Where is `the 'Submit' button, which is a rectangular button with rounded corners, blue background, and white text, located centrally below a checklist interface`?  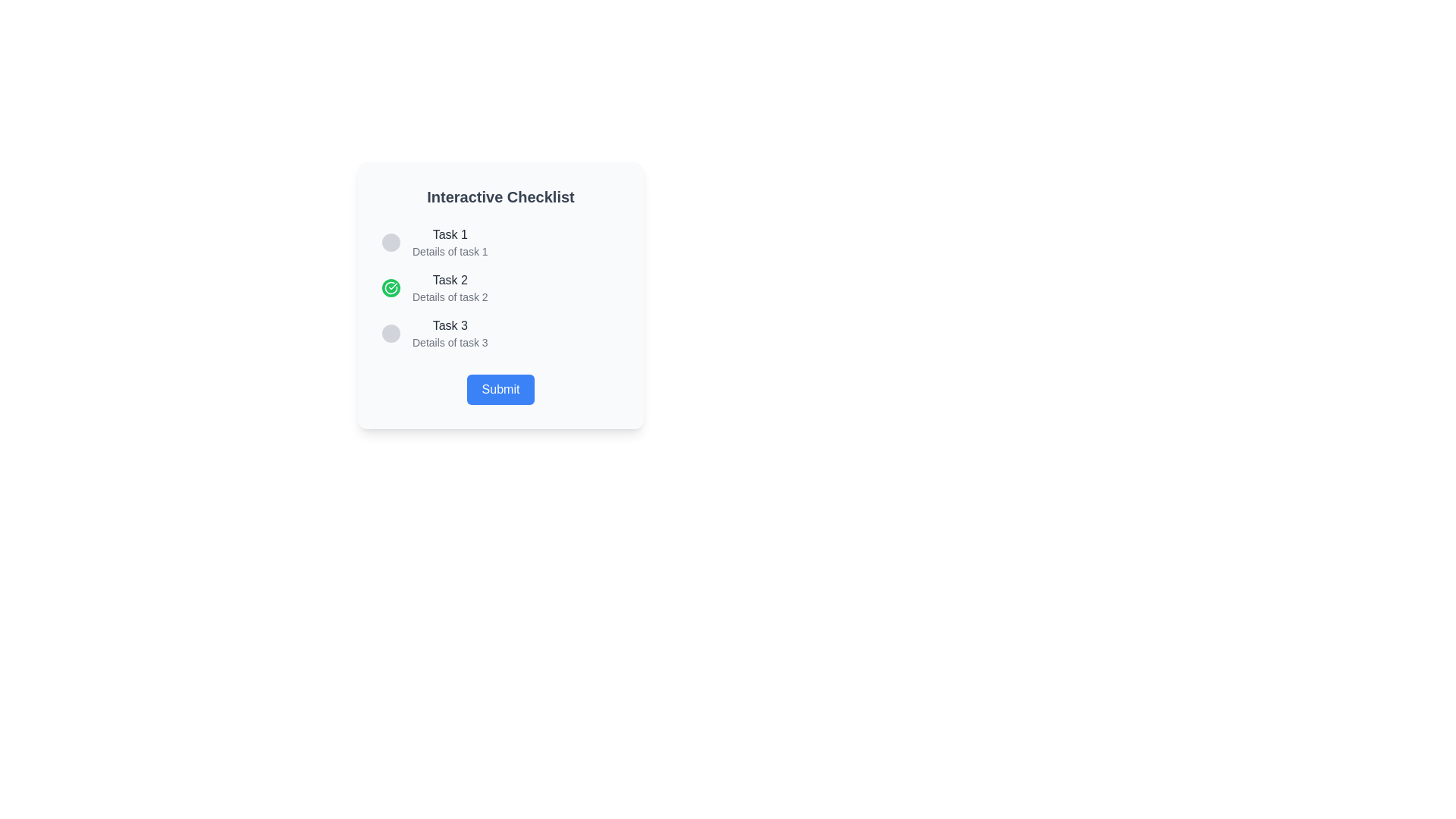
the 'Submit' button, which is a rectangular button with rounded corners, blue background, and white text, located centrally below a checklist interface is located at coordinates (500, 388).